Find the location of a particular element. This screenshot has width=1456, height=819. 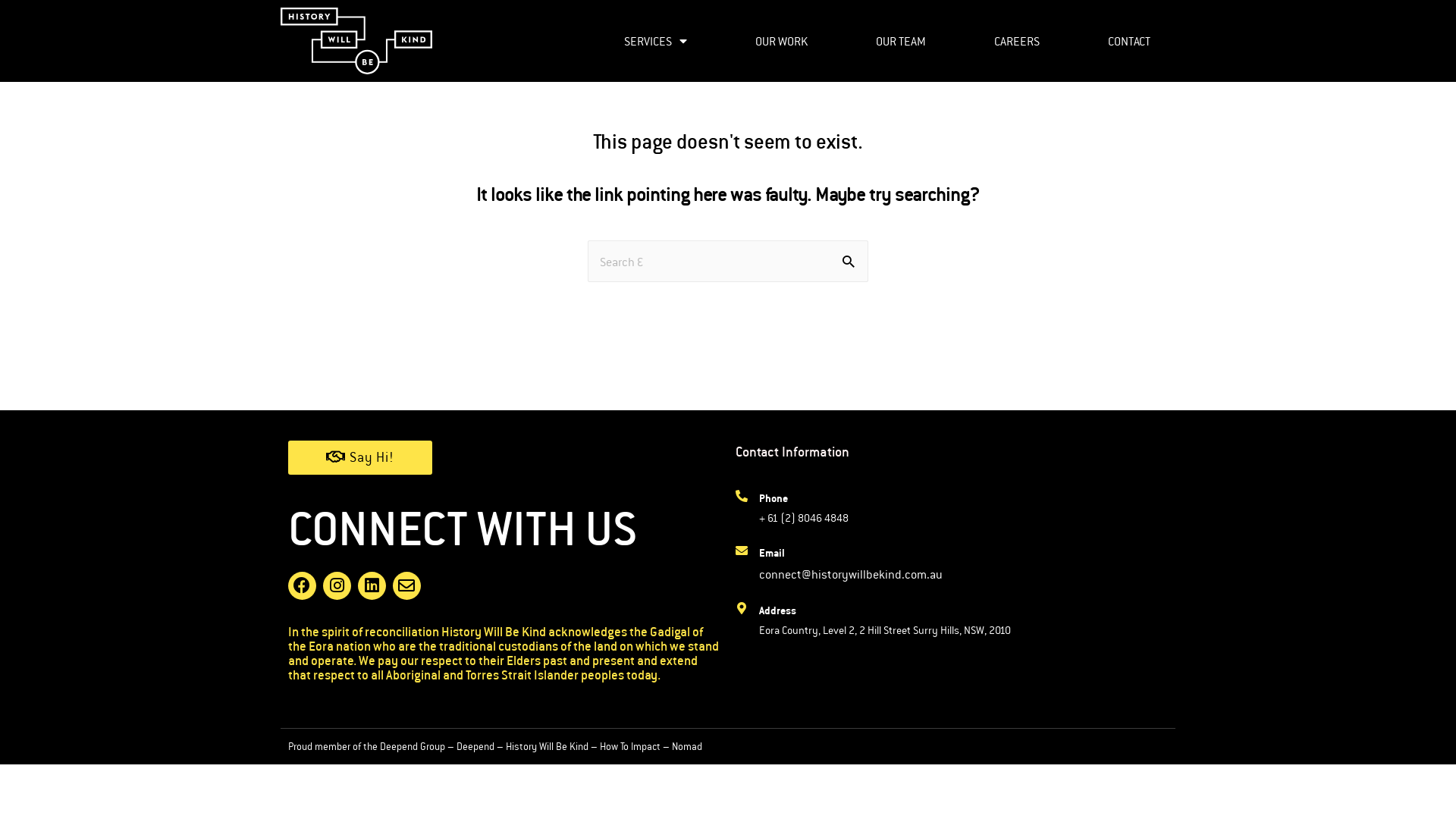

'How To Impact' is located at coordinates (629, 745).